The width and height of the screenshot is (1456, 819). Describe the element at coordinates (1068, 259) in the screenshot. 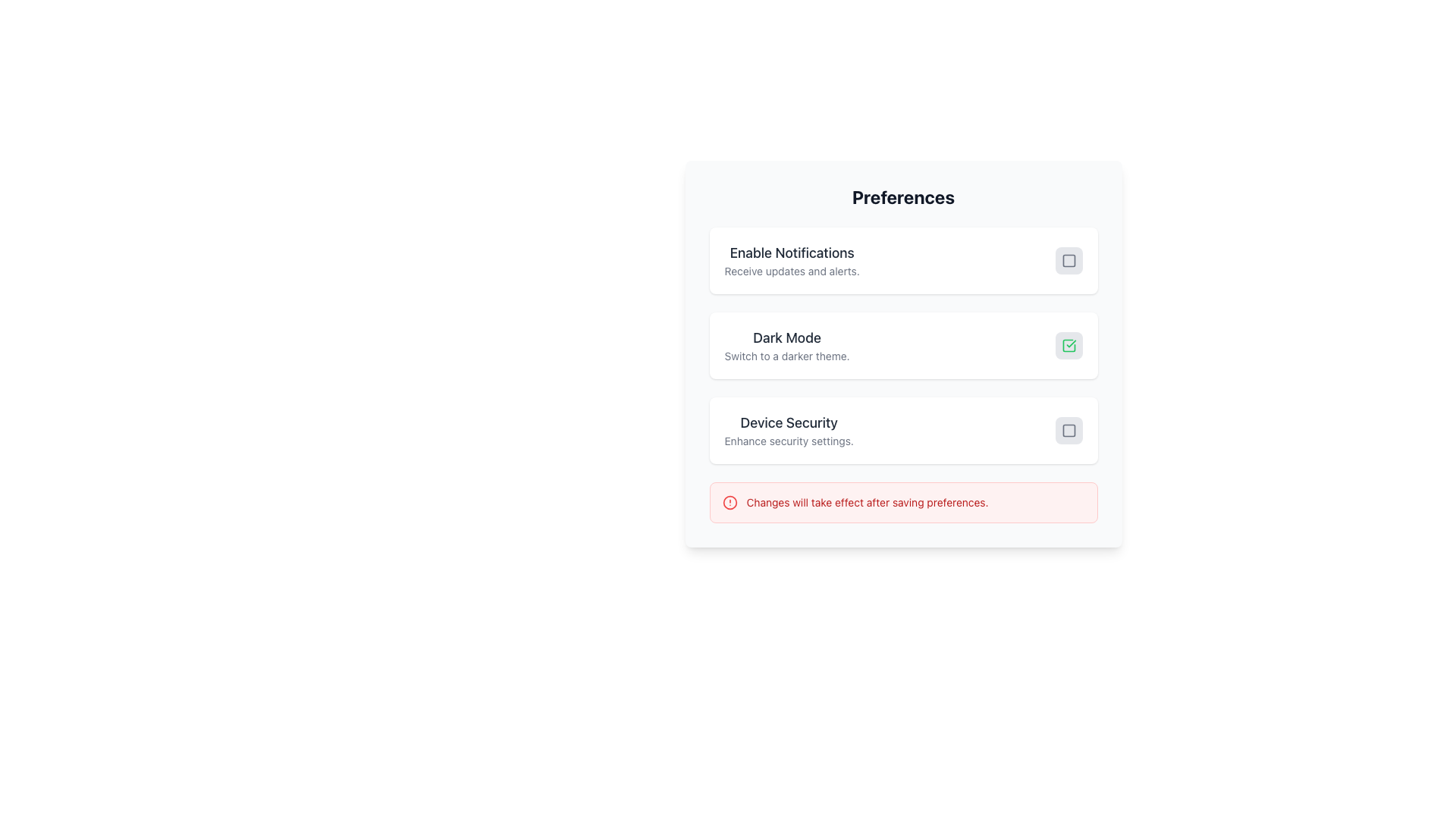

I see `the rounded square-shaped button with a light gray background located on the right side of the 'Enable Notifications' panel` at that location.